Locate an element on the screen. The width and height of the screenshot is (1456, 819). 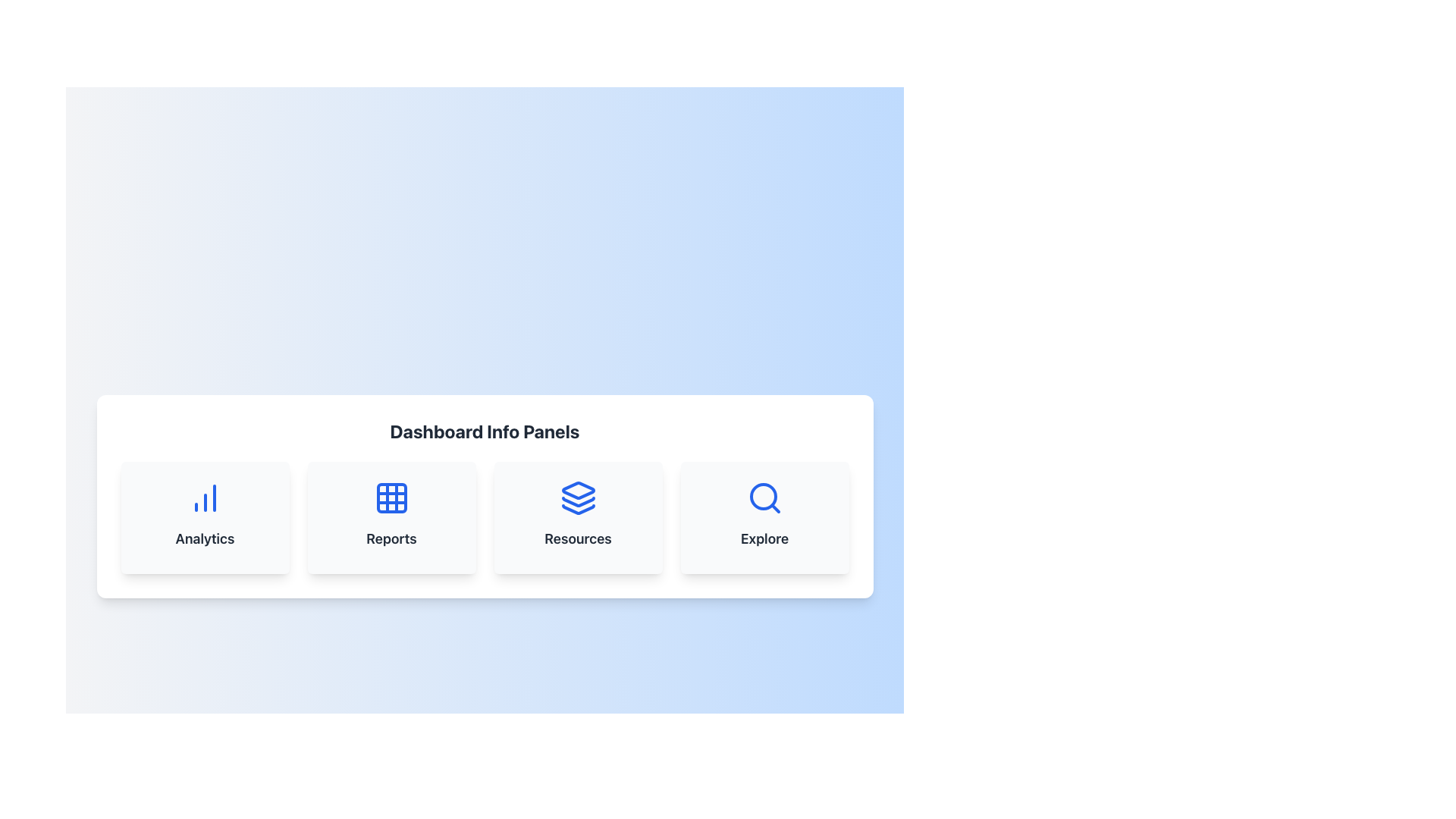
the 'Reports' text label, which is displayed in a bold, medium-sized font with a dark gray color on a light beige background, located at the center-bottom of a card under 'Dashboard Info Panels' is located at coordinates (391, 538).